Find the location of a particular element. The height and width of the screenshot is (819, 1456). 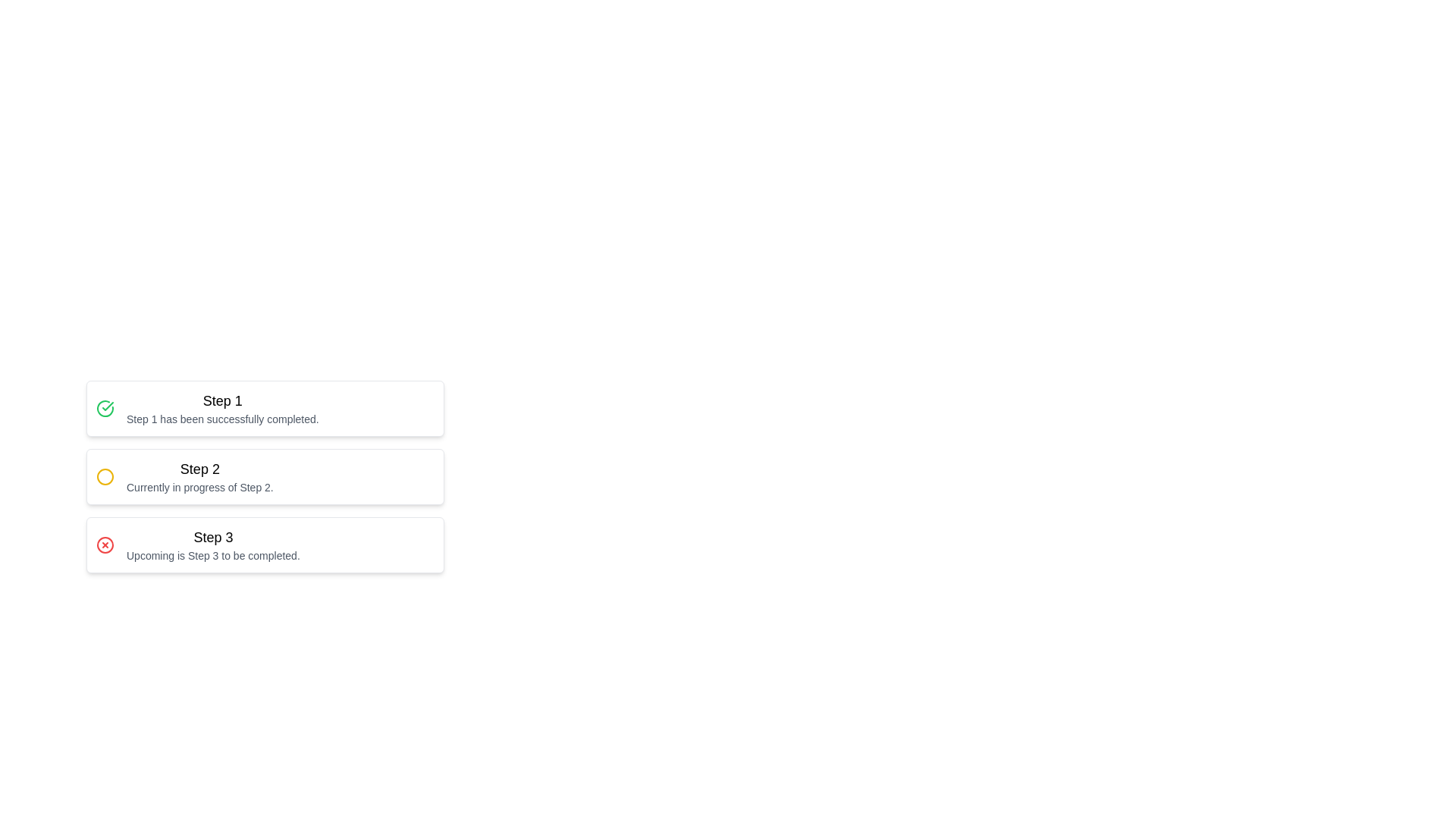

the icon indicating the completion of Step 1 in the multi-step process for details is located at coordinates (105, 408).